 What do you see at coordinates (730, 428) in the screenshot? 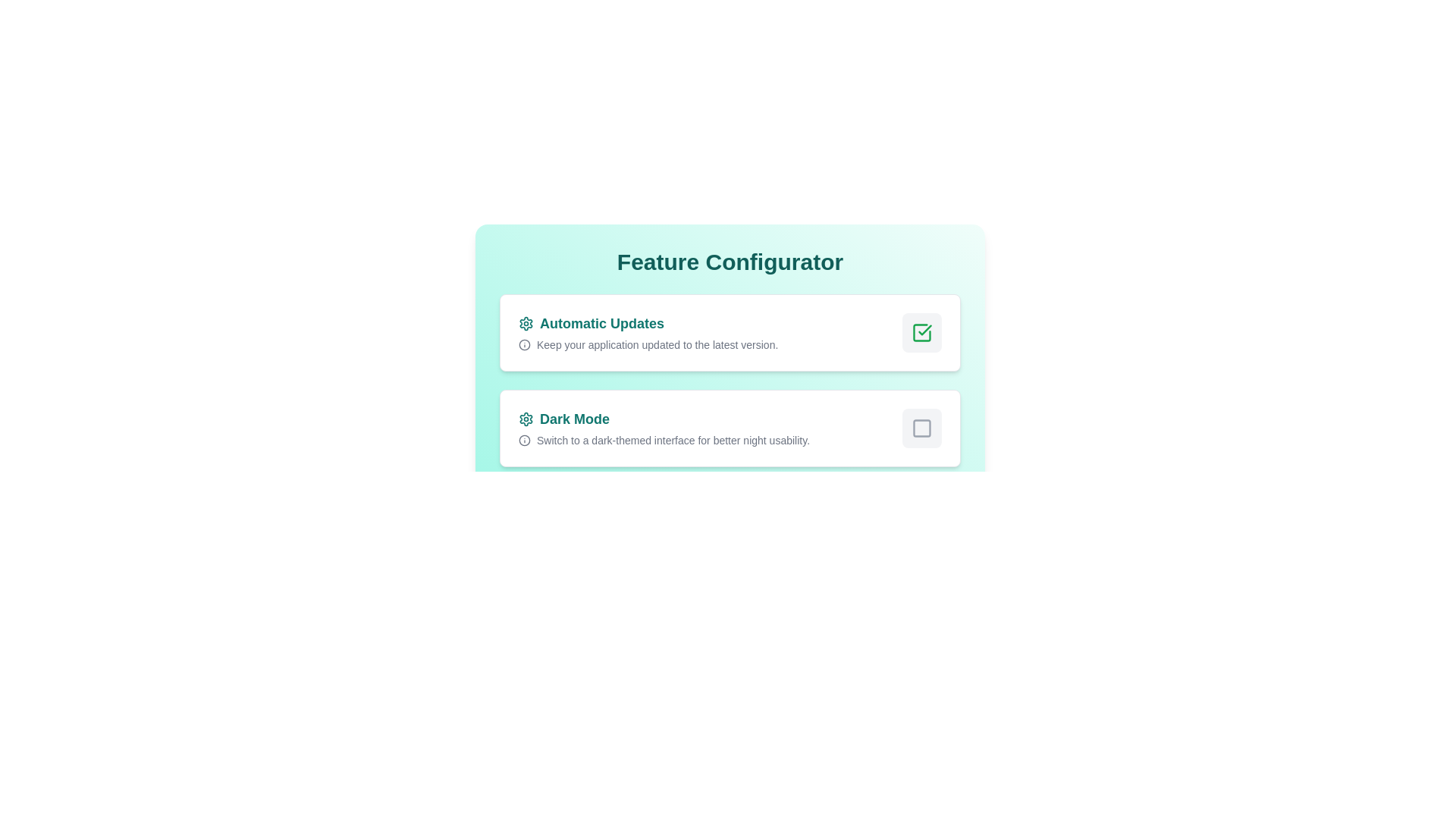
I see `the 'Dark Mode' toggle option with the checkbox for additional information` at bounding box center [730, 428].